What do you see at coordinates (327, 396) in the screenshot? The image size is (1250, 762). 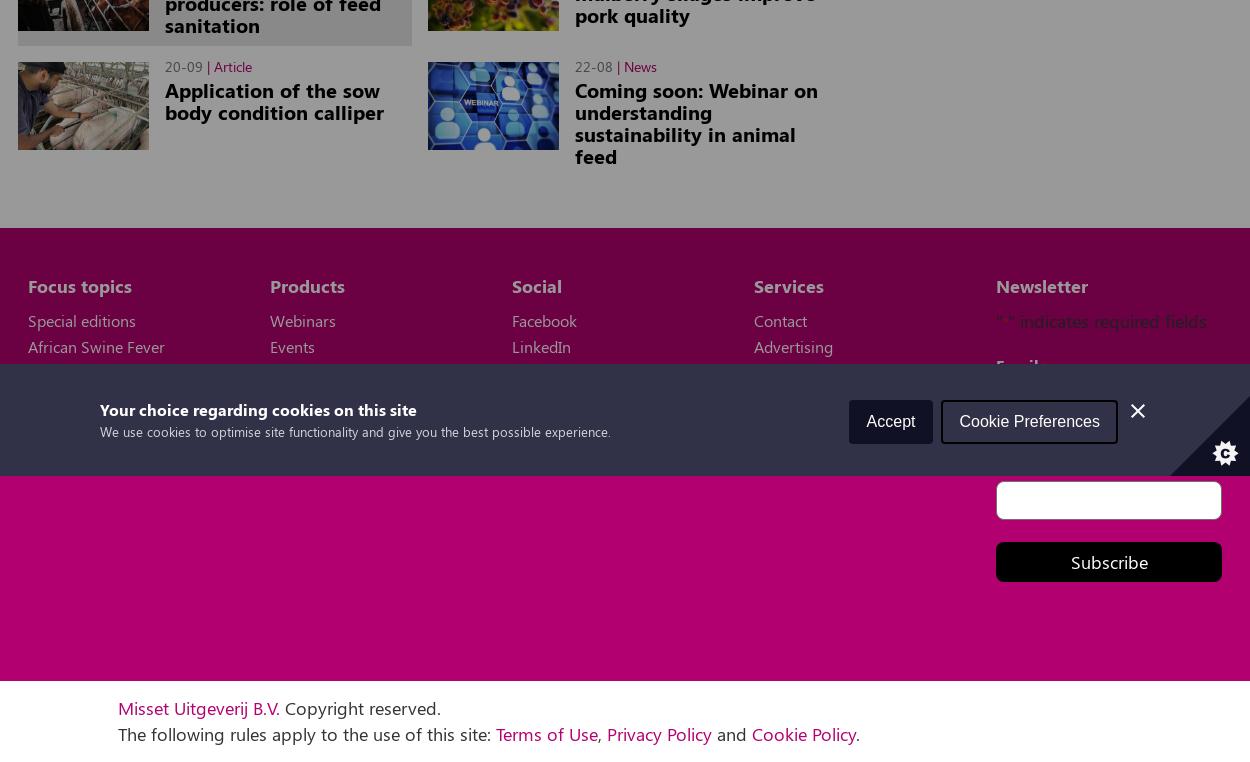 I see `'Digital magazine'` at bounding box center [327, 396].